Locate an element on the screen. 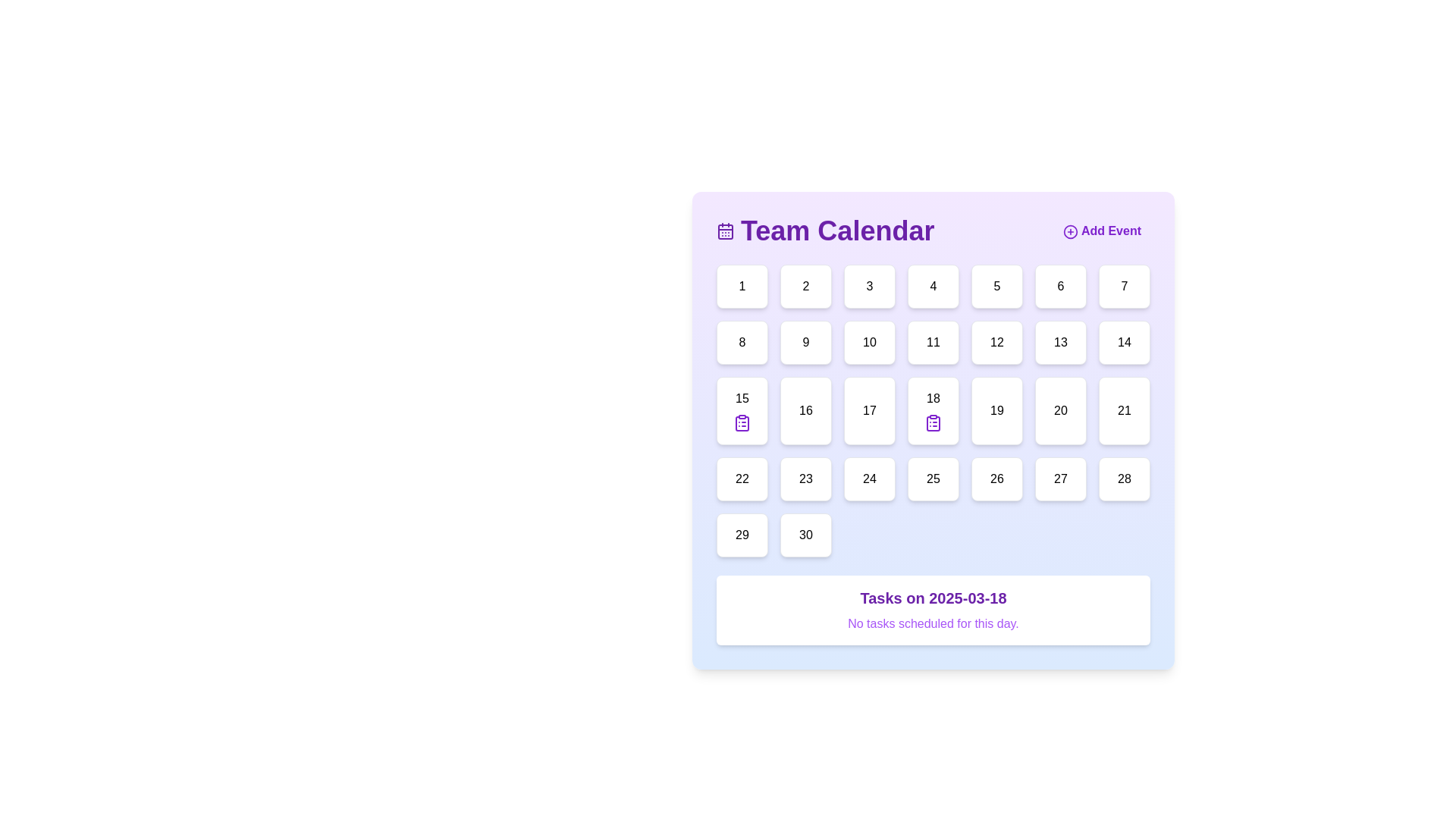  the Calendar date tile representing the 28th day of the month is located at coordinates (1125, 479).